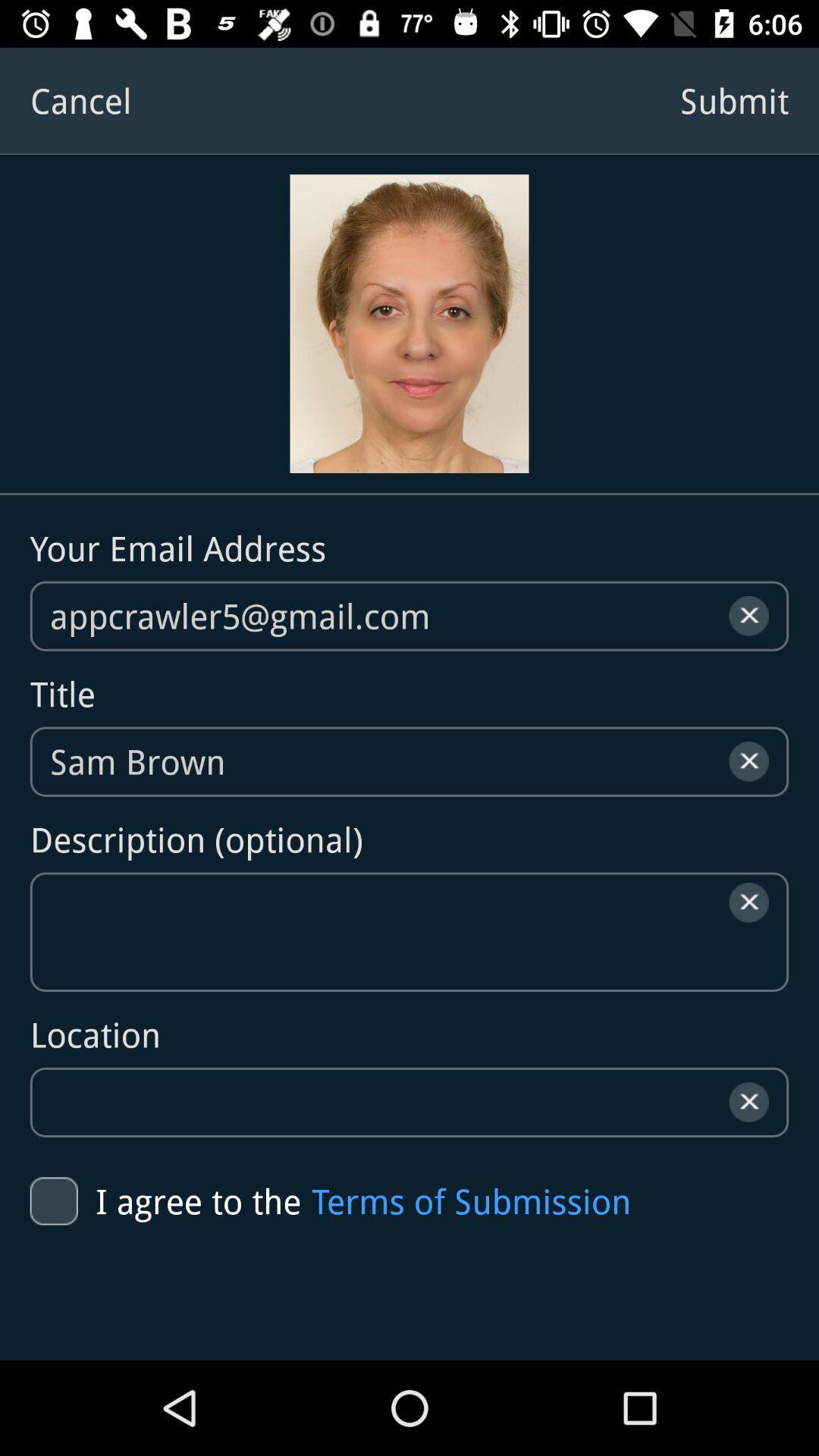 The image size is (819, 1456). I want to click on the close icon, so click(748, 616).